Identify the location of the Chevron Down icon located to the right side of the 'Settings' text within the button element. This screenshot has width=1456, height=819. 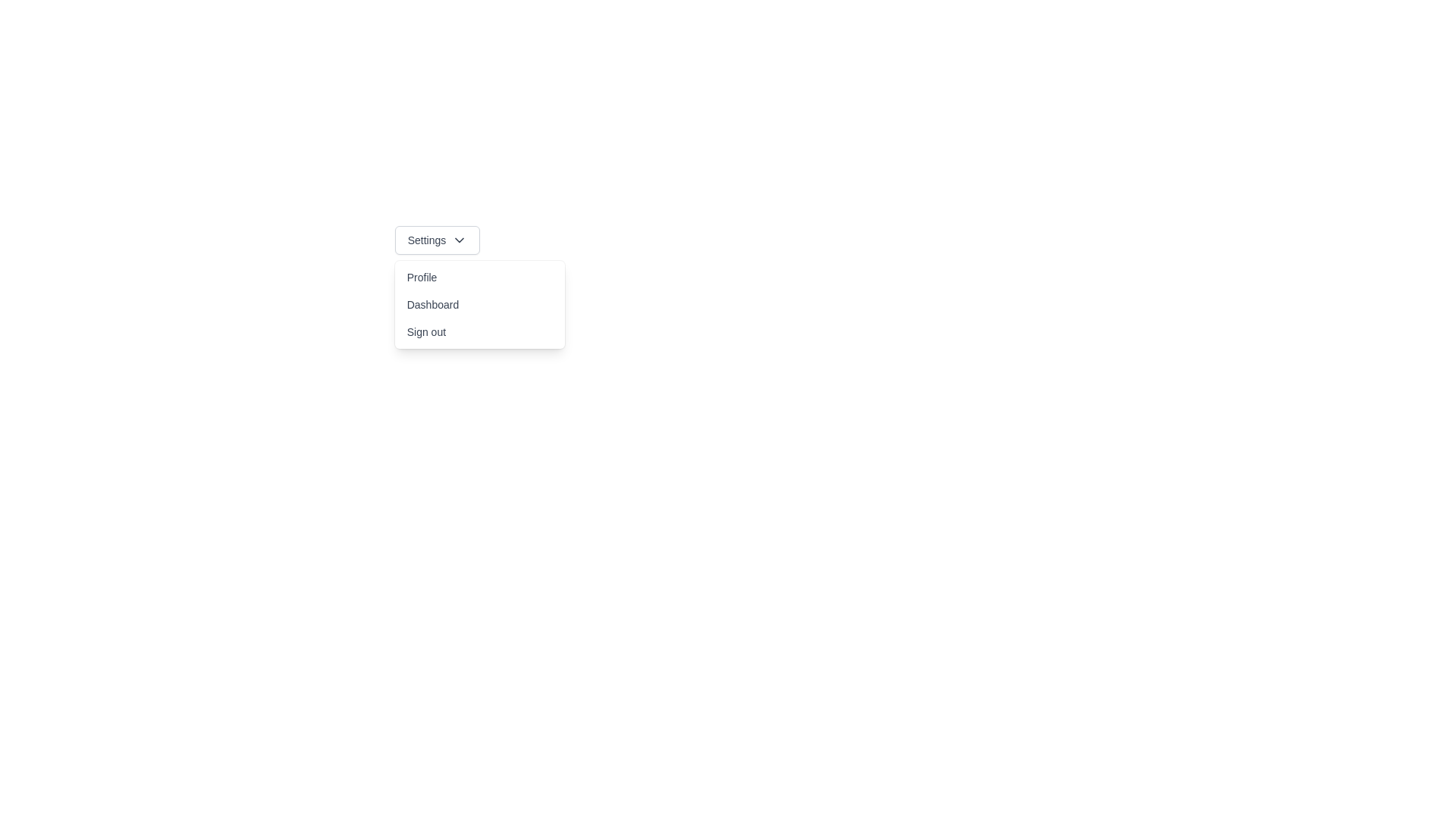
(459, 239).